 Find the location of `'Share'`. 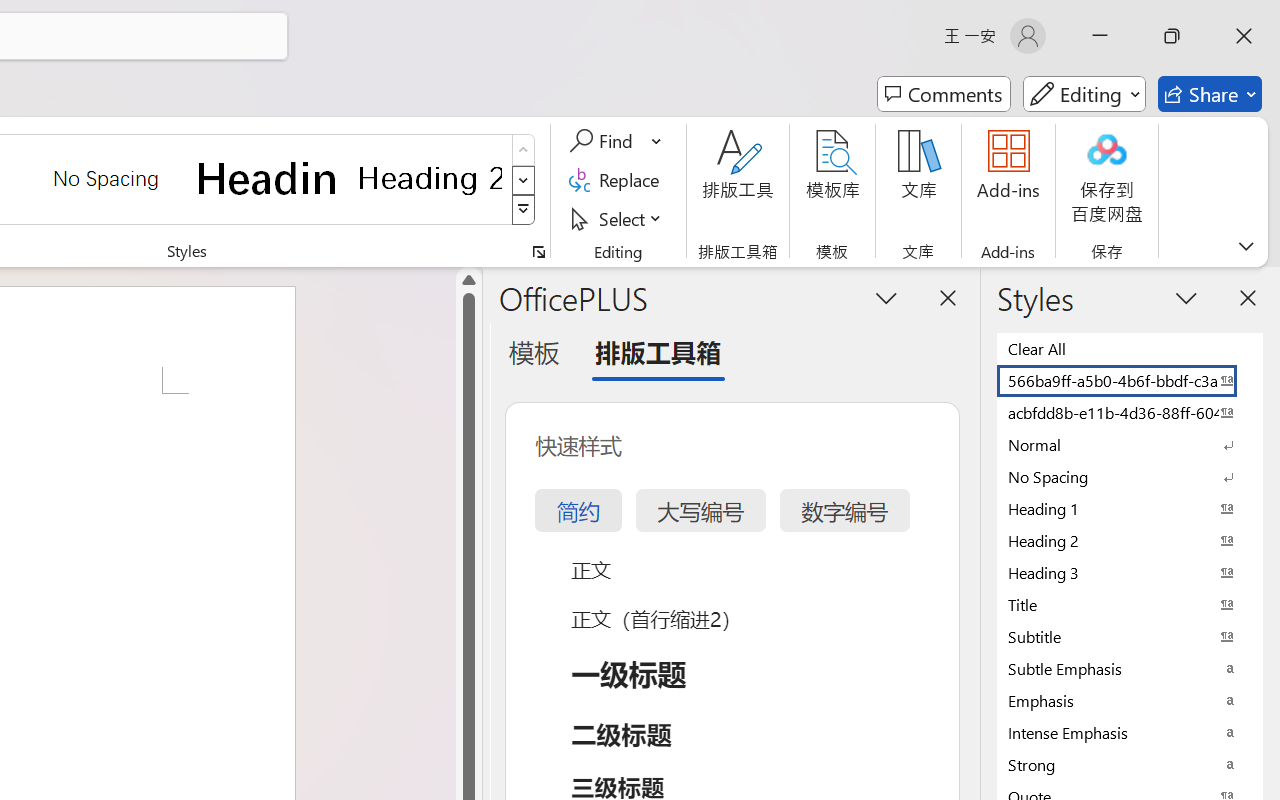

'Share' is located at coordinates (1209, 94).